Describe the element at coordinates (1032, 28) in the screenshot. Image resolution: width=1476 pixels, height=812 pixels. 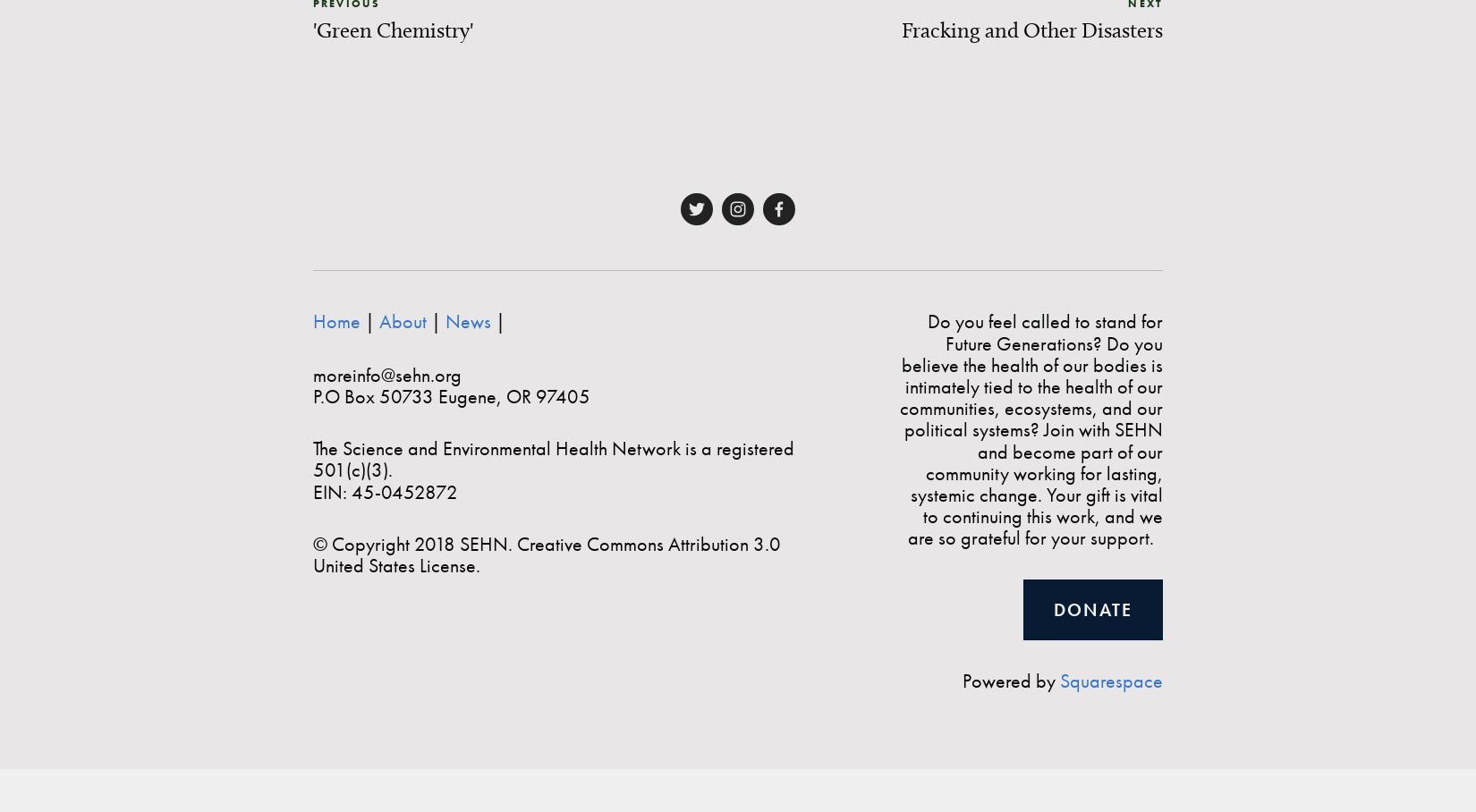
I see `'Fracking and Other Disasters'` at that location.